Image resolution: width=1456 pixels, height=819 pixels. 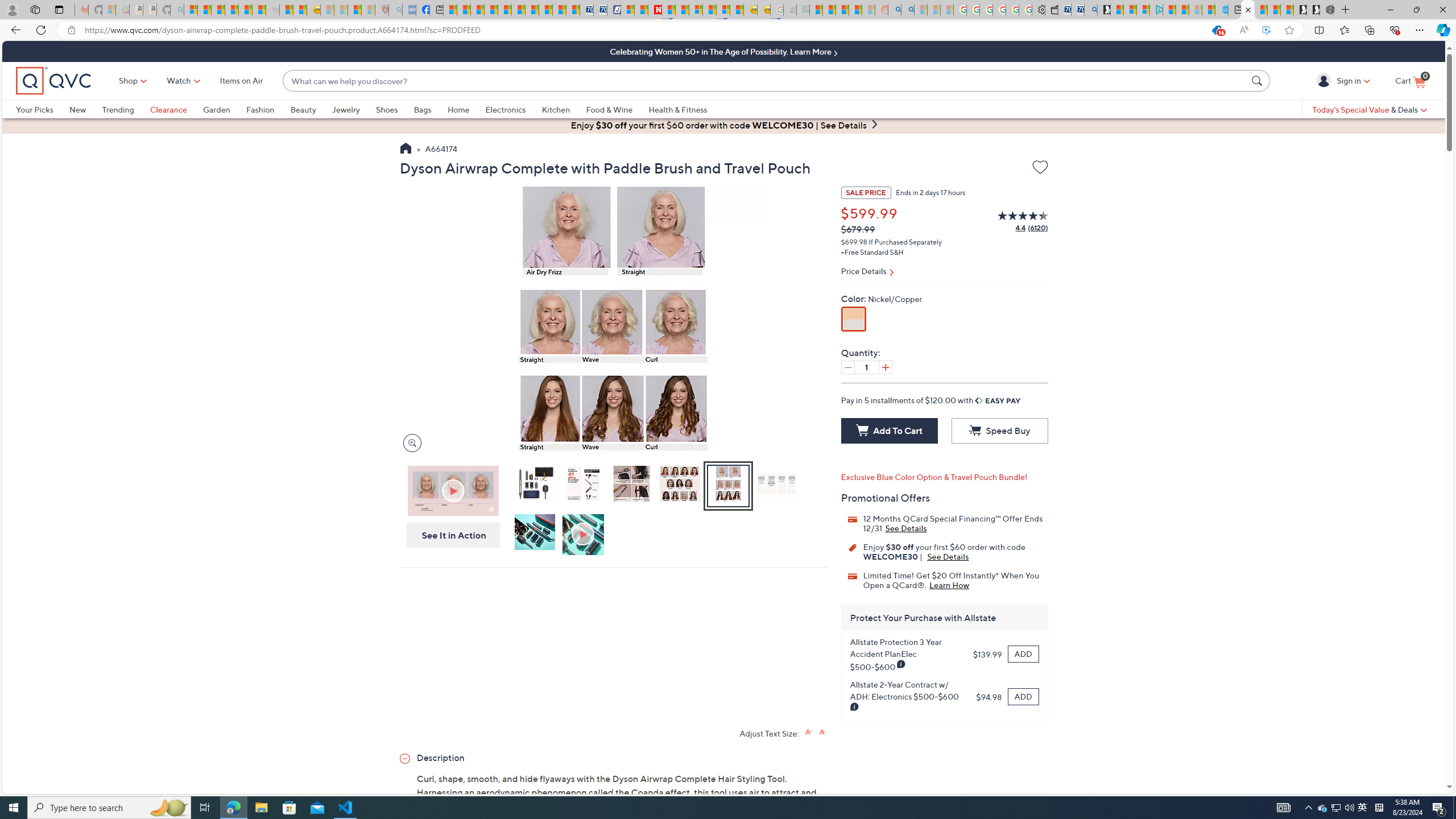 I want to click on 'On-Air Presentation', so click(x=453, y=490).